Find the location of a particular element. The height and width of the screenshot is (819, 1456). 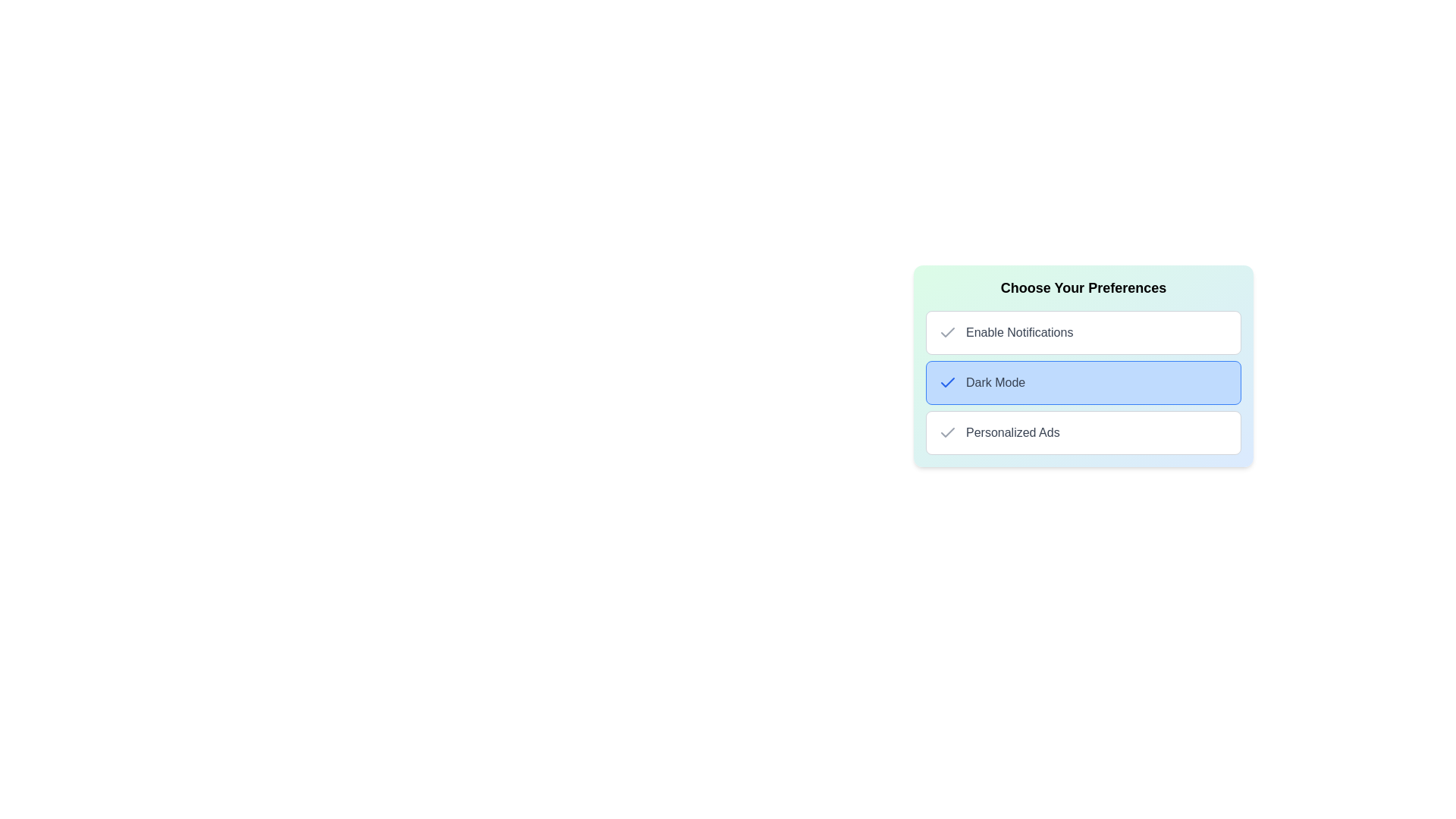

text label centered inside the blue button labeled 'Dark Mode', which is the second option in the vertical list of preference items is located at coordinates (996, 382).